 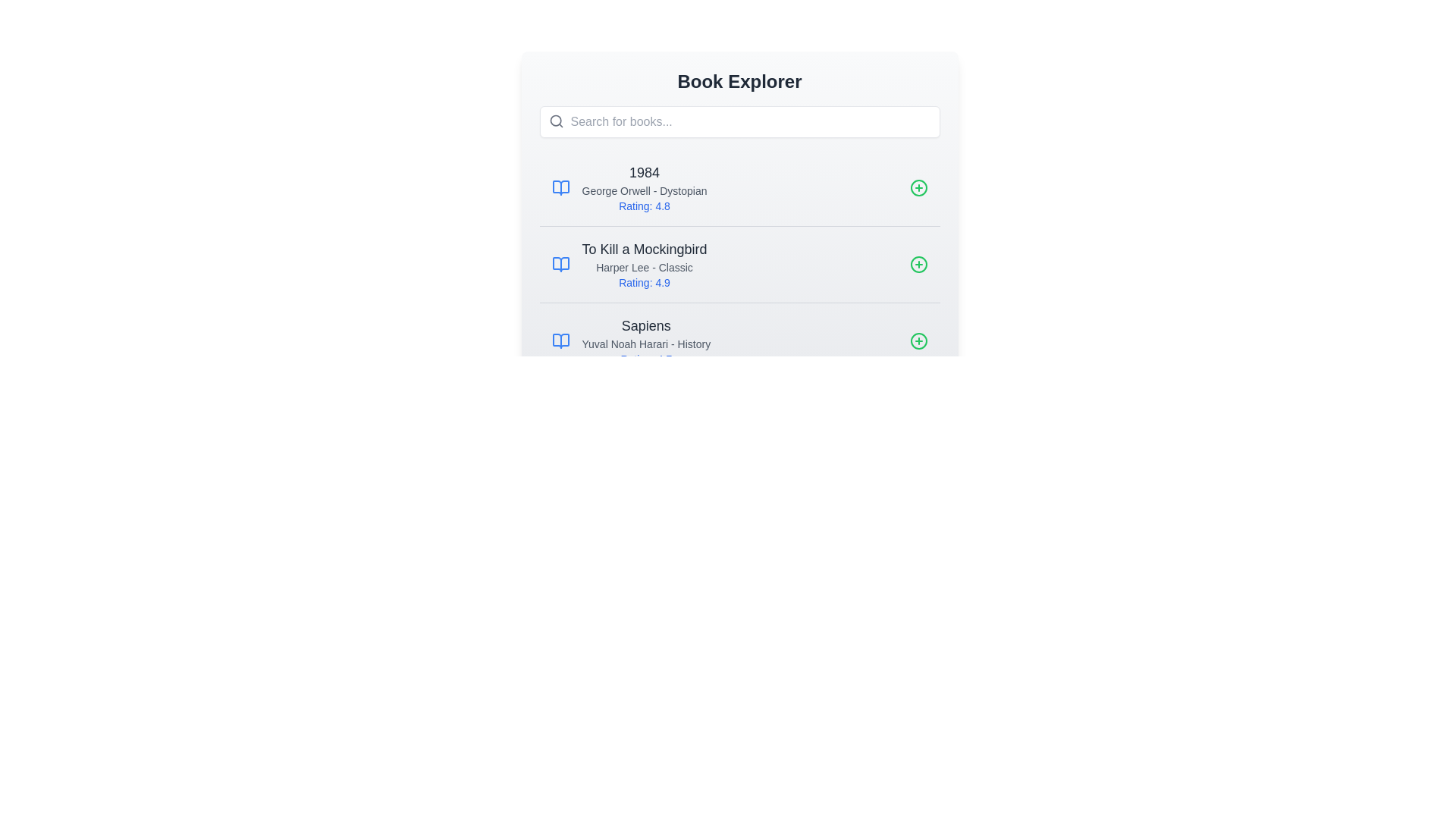 I want to click on the informational text label indicating the author and genre of the book 'Sapiens', located below the title and above the rating, so click(x=646, y=344).